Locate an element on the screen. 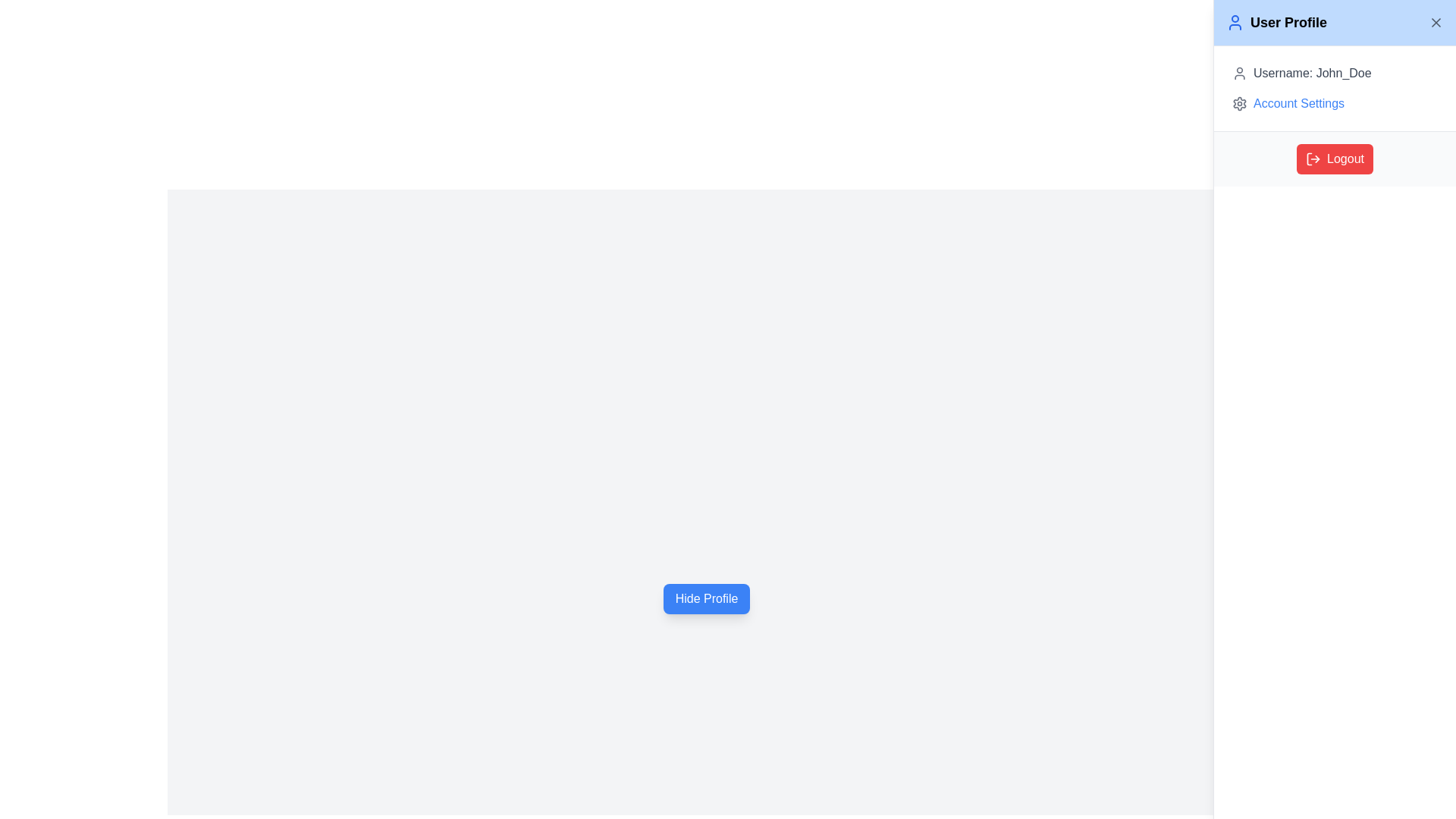  the gear-shaped icon located to the left of the blue 'Account Settings' text in the user profile sidebar is located at coordinates (1240, 103).